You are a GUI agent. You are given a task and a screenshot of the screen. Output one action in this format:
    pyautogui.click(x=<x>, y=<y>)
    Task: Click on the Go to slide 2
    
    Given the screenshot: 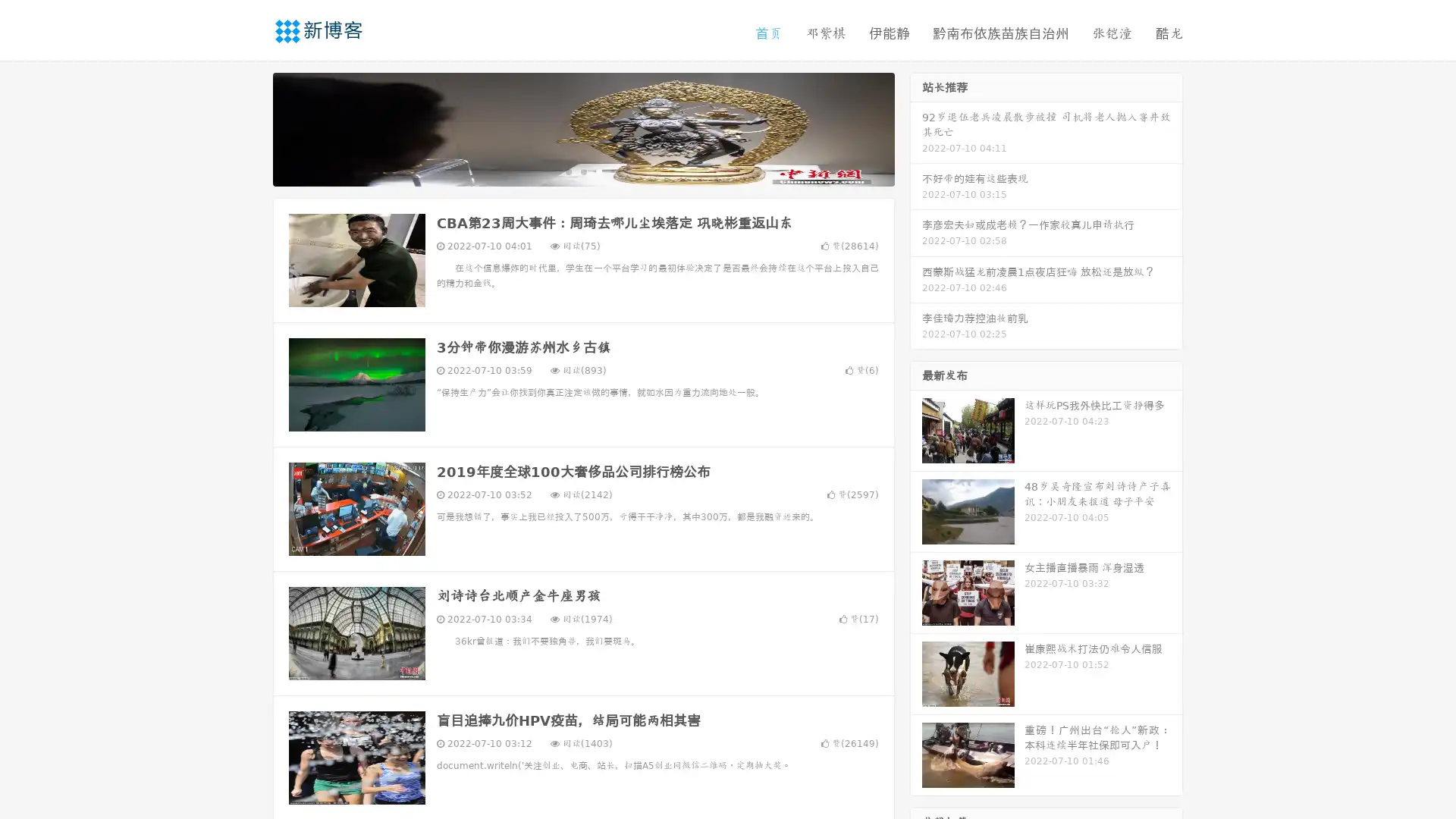 What is the action you would take?
    pyautogui.click(x=582, y=171)
    